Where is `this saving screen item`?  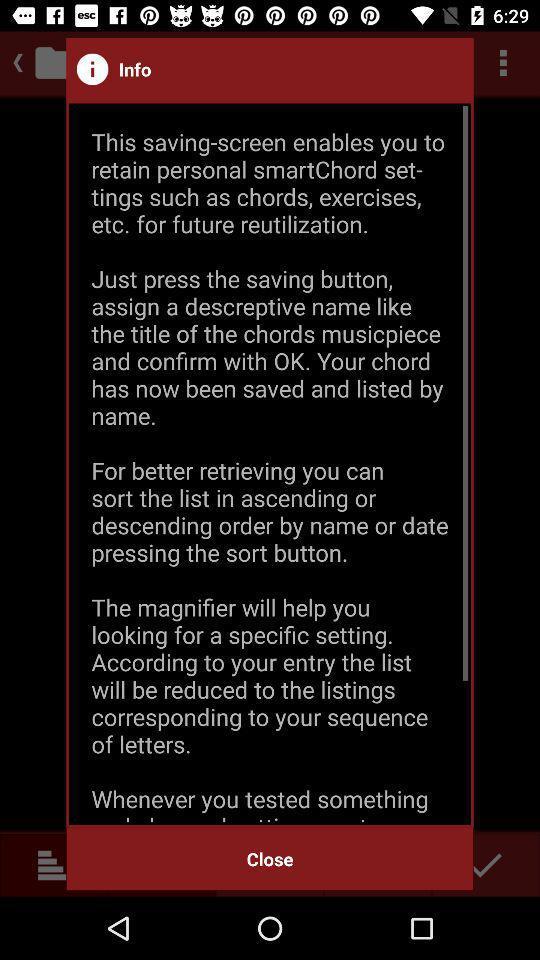 this saving screen item is located at coordinates (270, 464).